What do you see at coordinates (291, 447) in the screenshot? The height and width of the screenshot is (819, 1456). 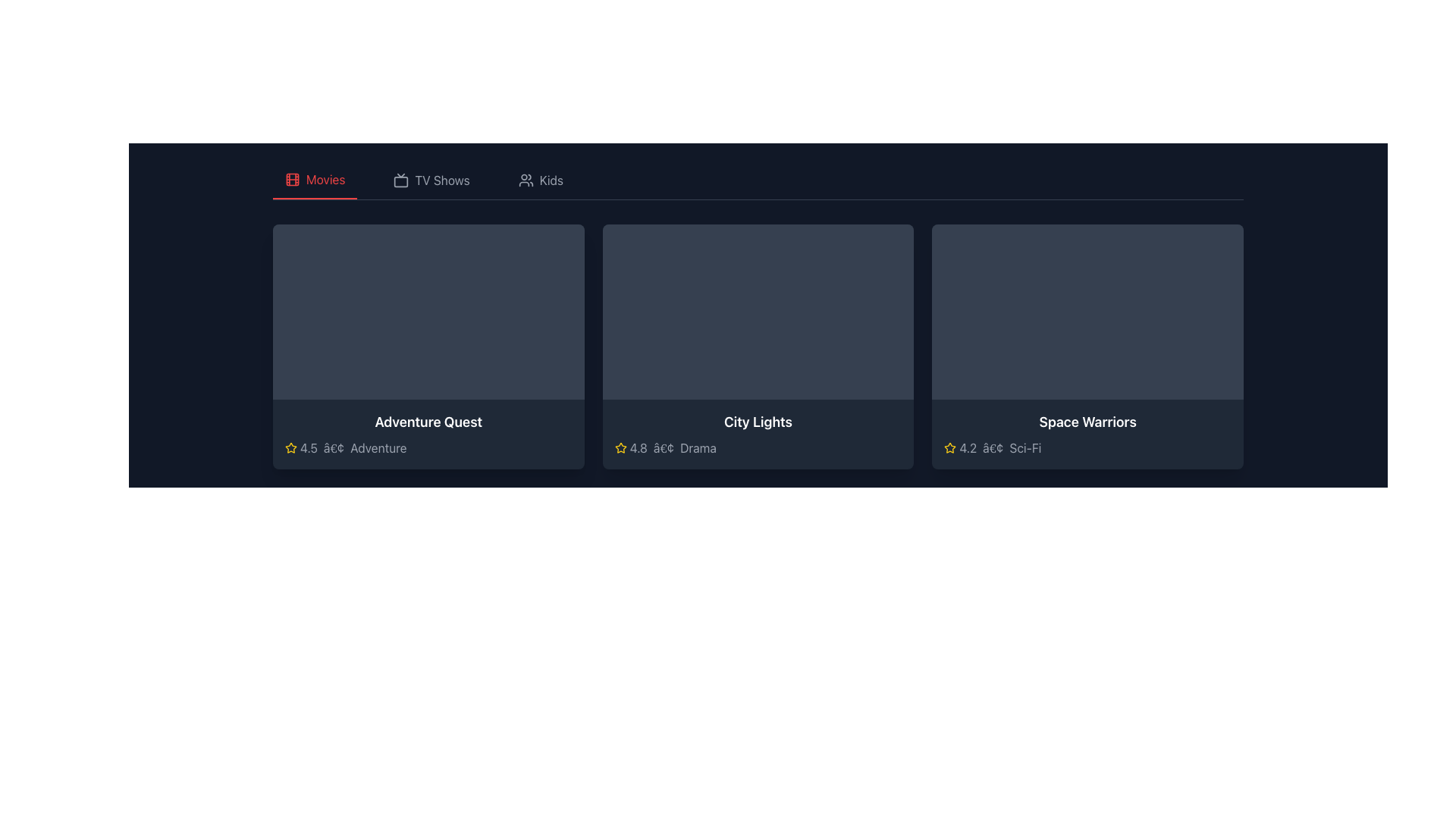 I see `the star-shaped yellow icon that represents a rating, located next to the text '4.5'` at bounding box center [291, 447].